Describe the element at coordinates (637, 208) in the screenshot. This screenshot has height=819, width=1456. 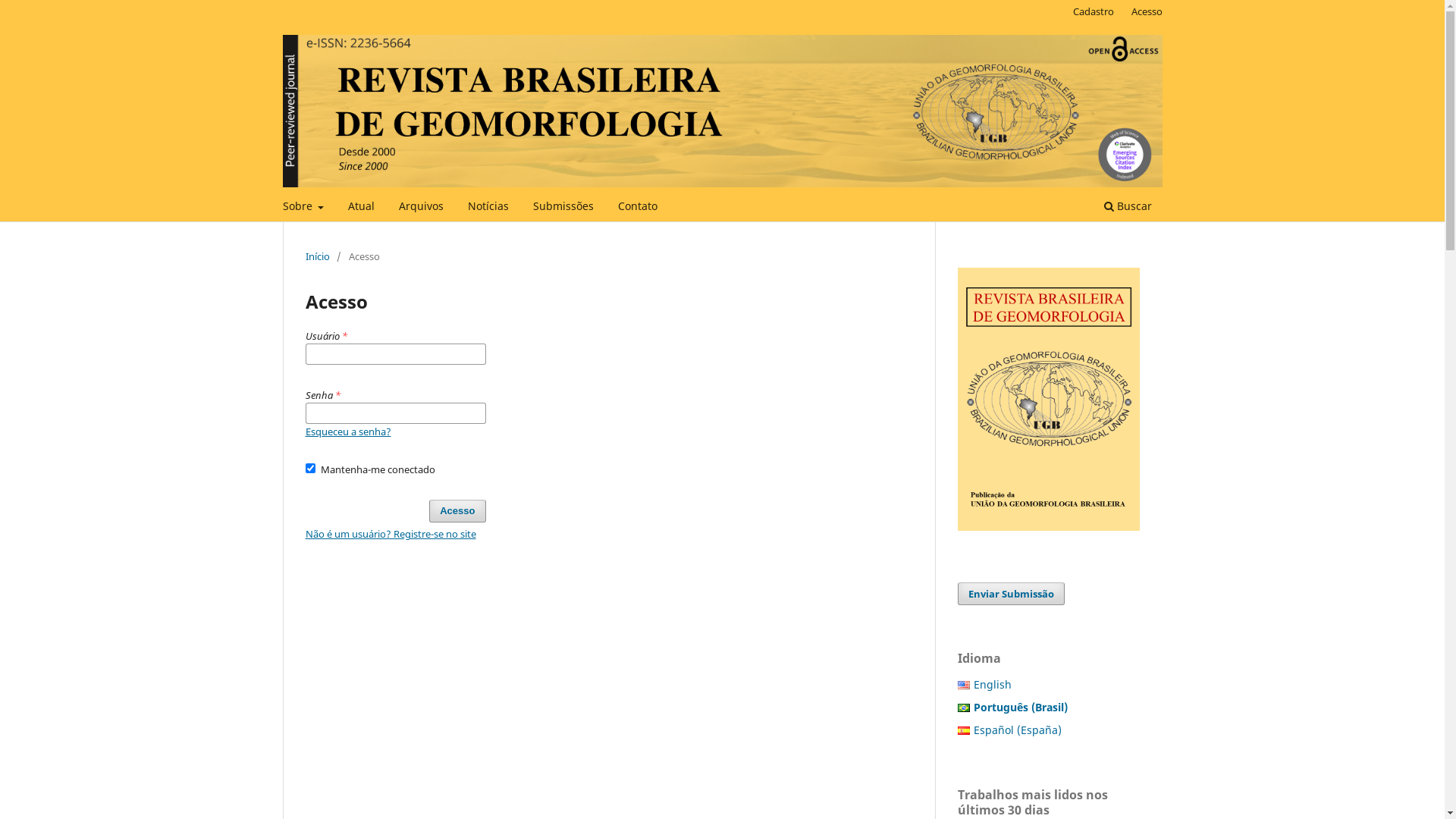
I see `'Contato'` at that location.